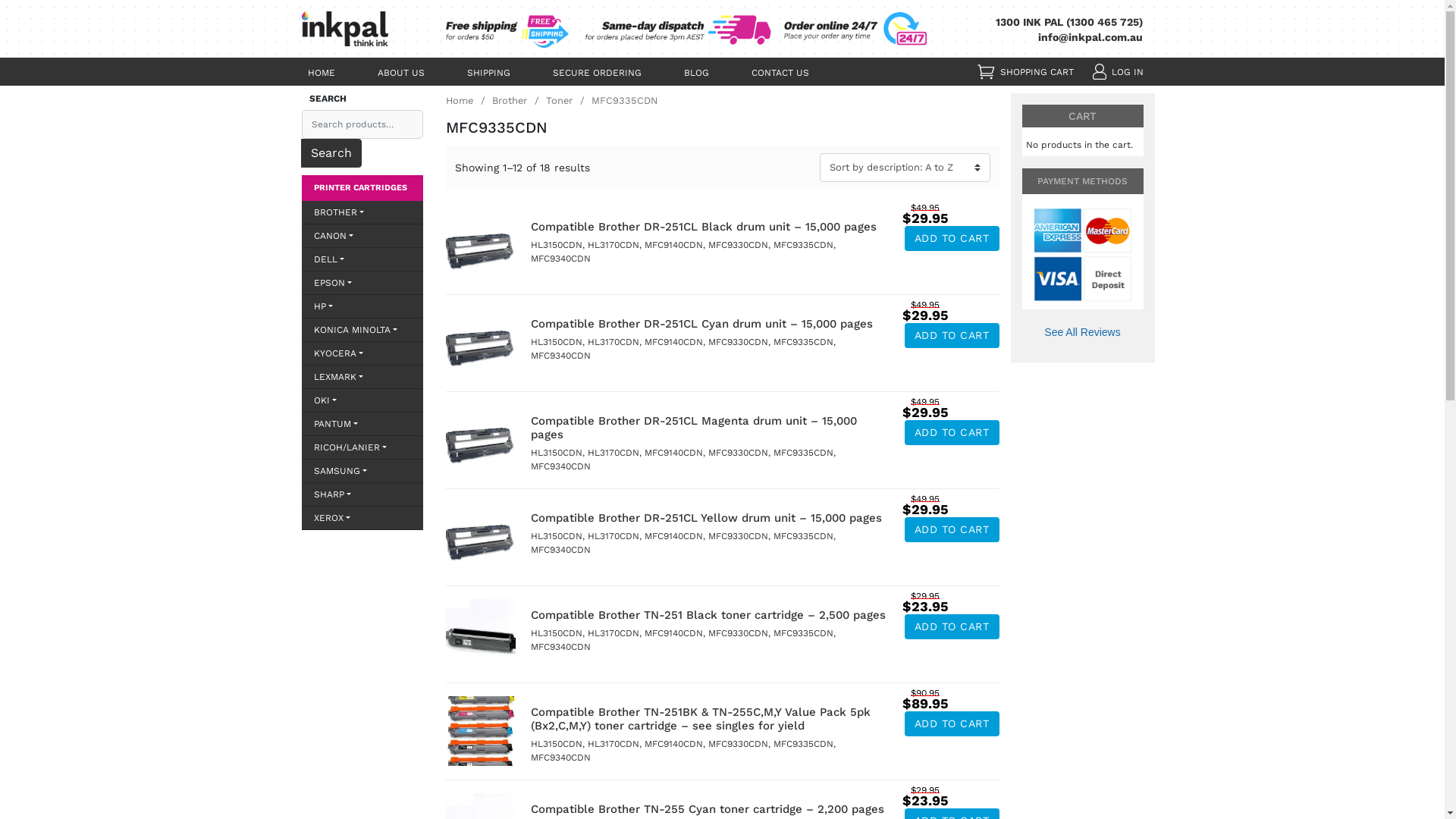 The height and width of the screenshot is (819, 1456). Describe the element at coordinates (362, 236) in the screenshot. I see `'CANON'` at that location.